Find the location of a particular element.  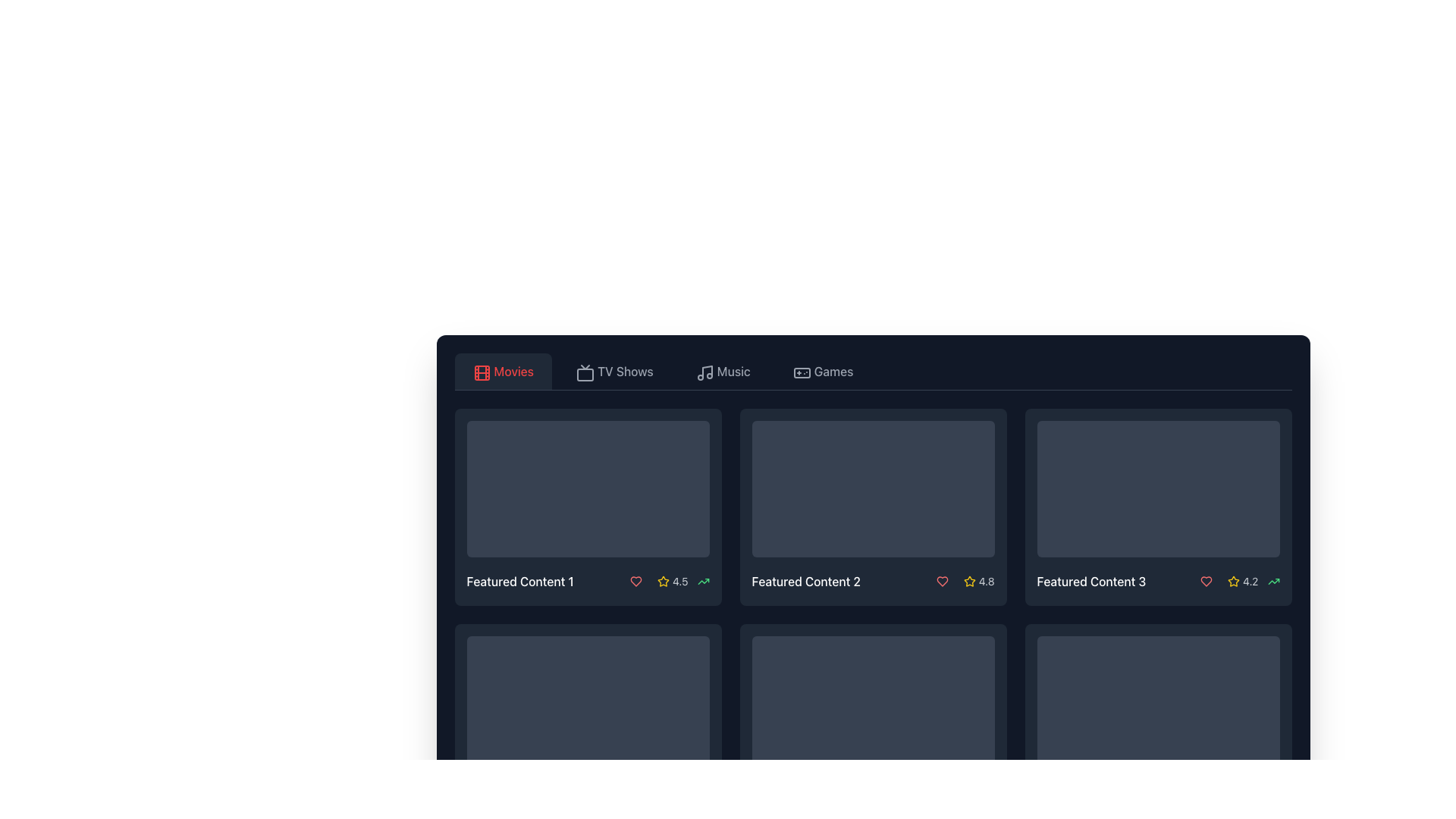

the 'Movies' text label in the horizontal navigation bar is located at coordinates (513, 371).